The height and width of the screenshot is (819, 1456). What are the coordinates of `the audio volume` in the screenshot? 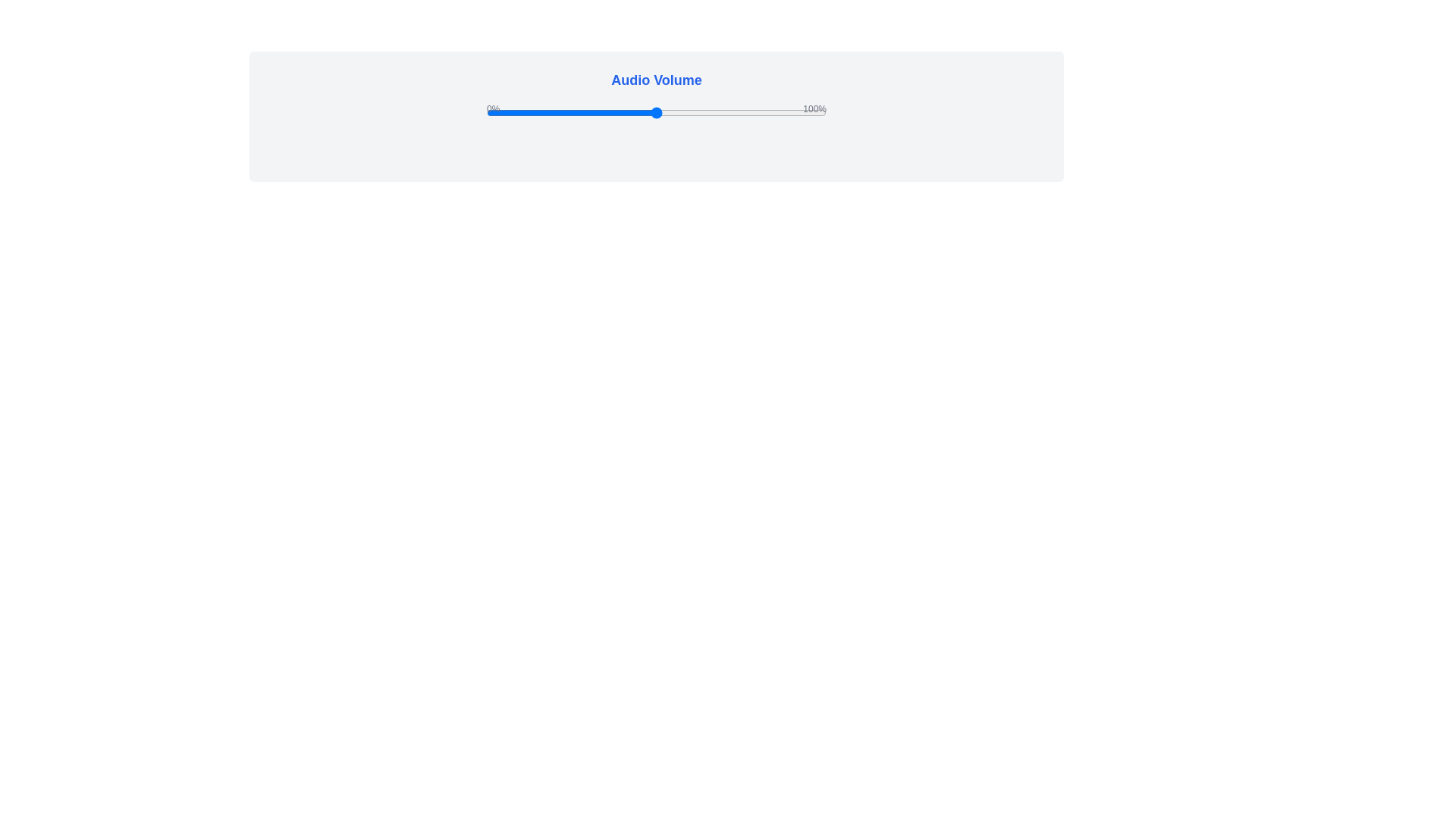 It's located at (772, 112).